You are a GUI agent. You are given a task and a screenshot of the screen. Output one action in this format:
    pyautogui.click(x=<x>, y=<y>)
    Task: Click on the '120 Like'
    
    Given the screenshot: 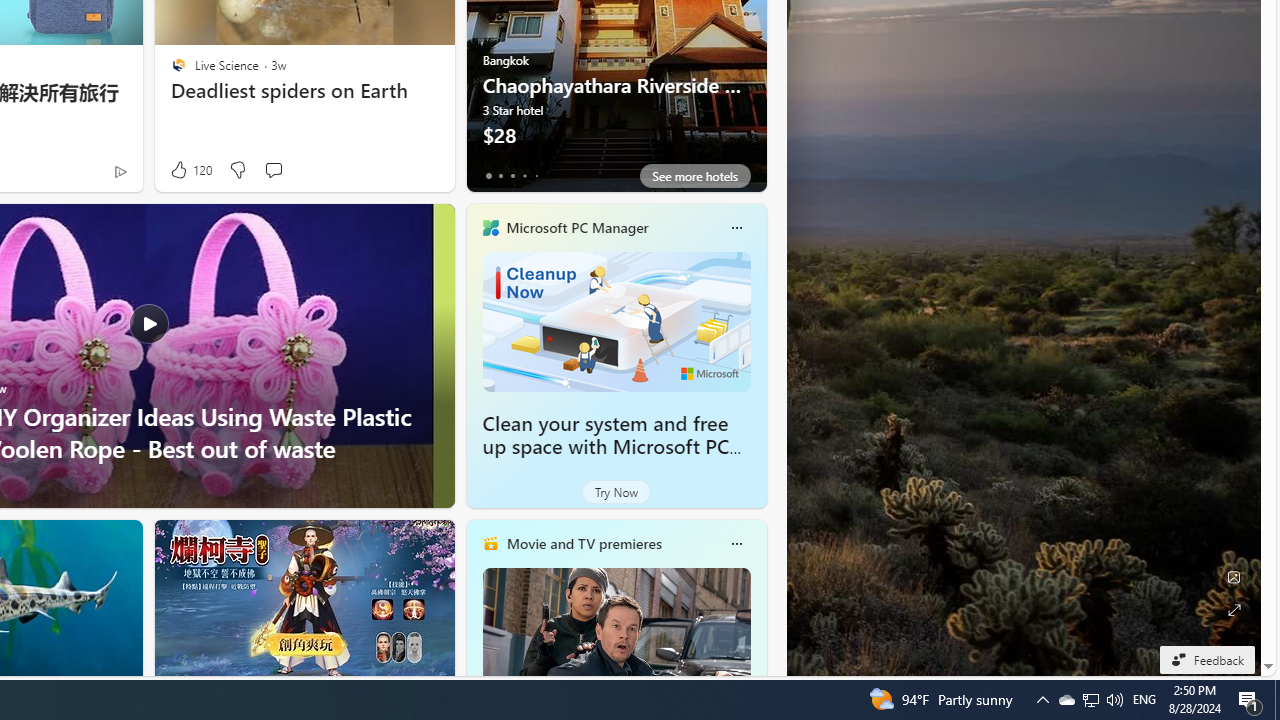 What is the action you would take?
    pyautogui.click(x=190, y=169)
    